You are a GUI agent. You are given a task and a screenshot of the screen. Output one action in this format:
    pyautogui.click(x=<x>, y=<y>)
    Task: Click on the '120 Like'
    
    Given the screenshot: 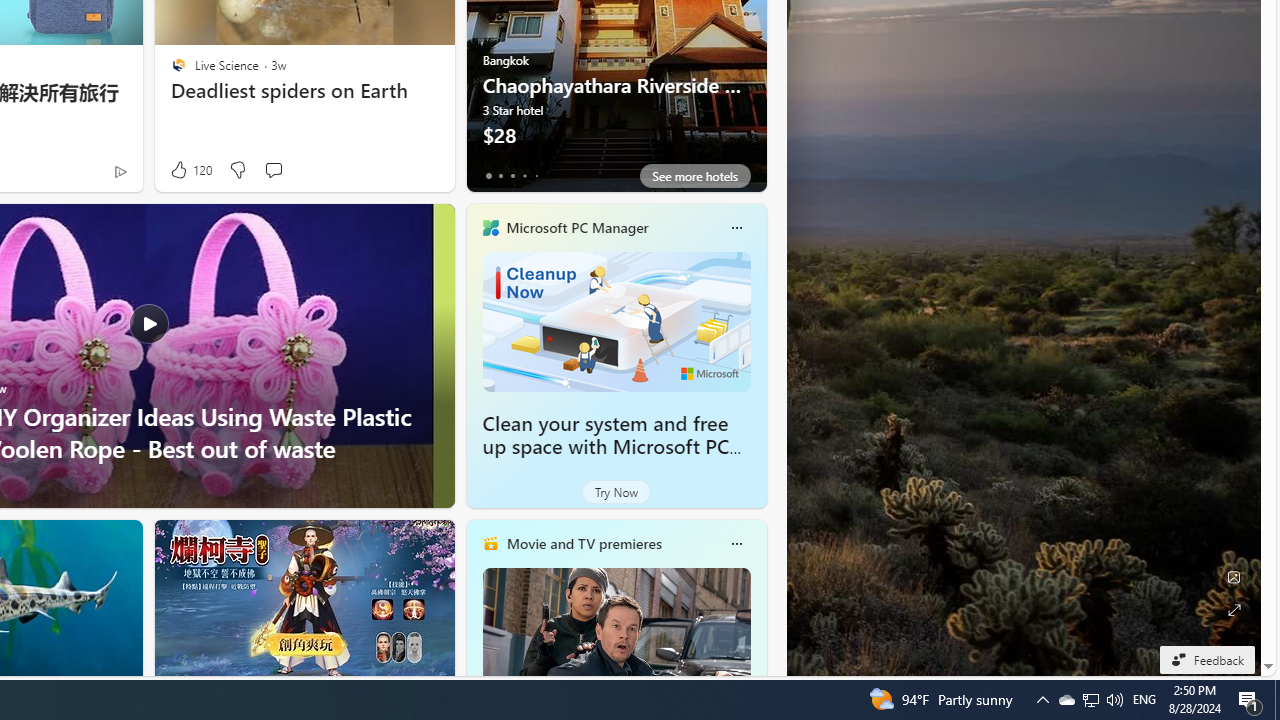 What is the action you would take?
    pyautogui.click(x=190, y=169)
    